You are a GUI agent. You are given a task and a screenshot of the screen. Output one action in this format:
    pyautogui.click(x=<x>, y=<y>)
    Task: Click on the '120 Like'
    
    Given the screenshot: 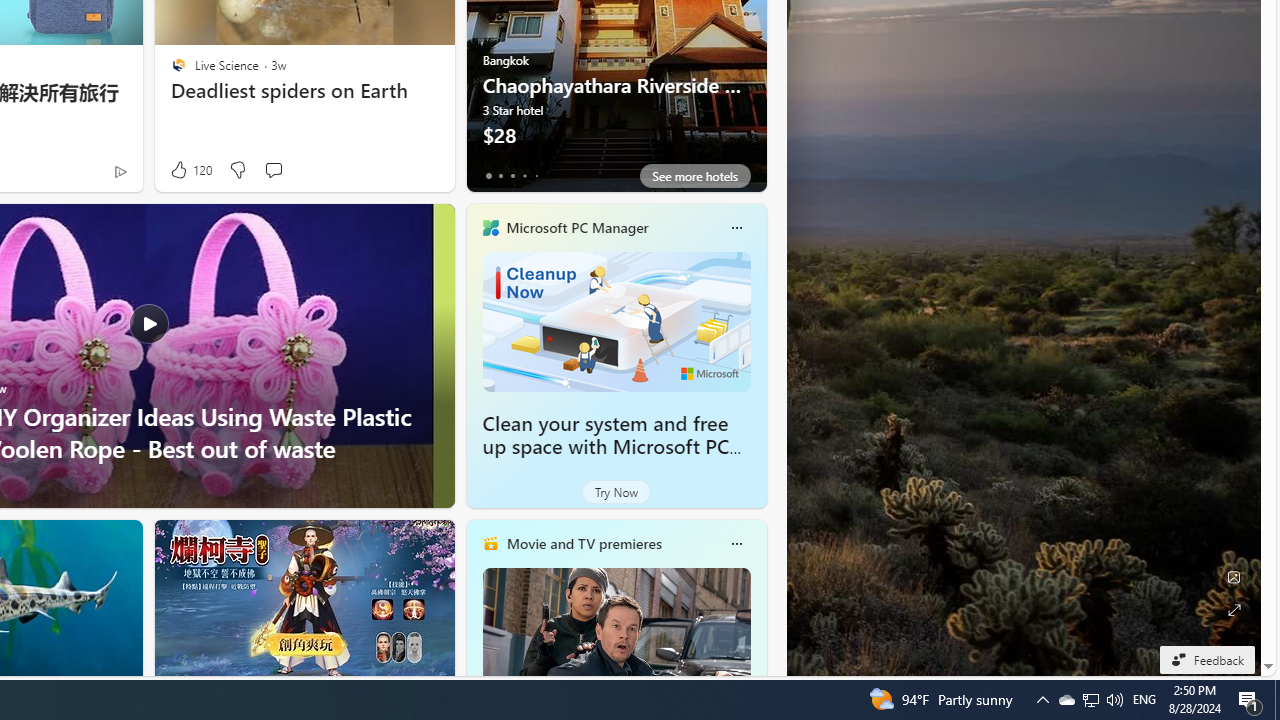 What is the action you would take?
    pyautogui.click(x=190, y=169)
    